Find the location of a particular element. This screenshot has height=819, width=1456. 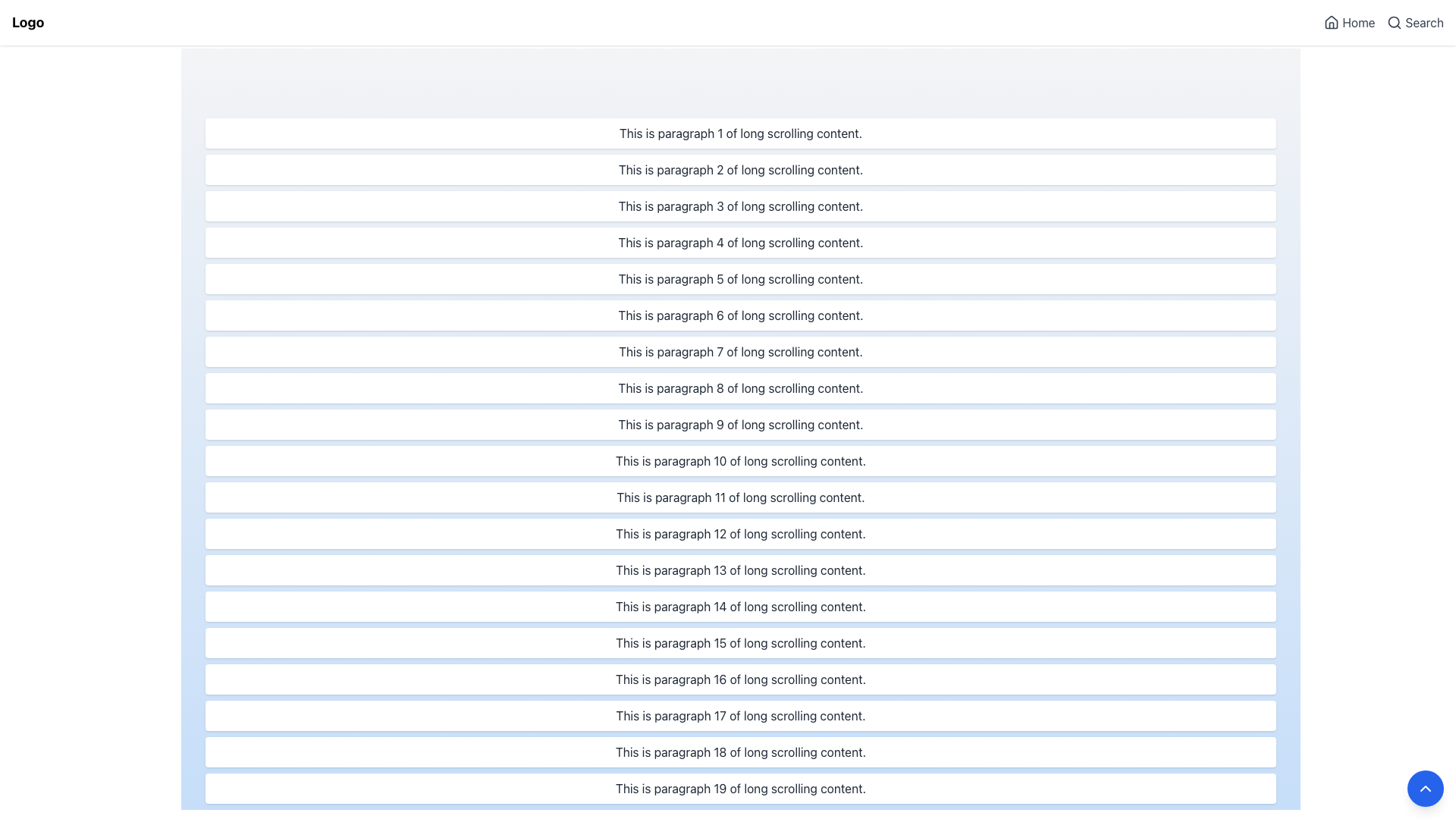

the minimalist house icon located in the top-right corner of the navigation bar is located at coordinates (1331, 23).